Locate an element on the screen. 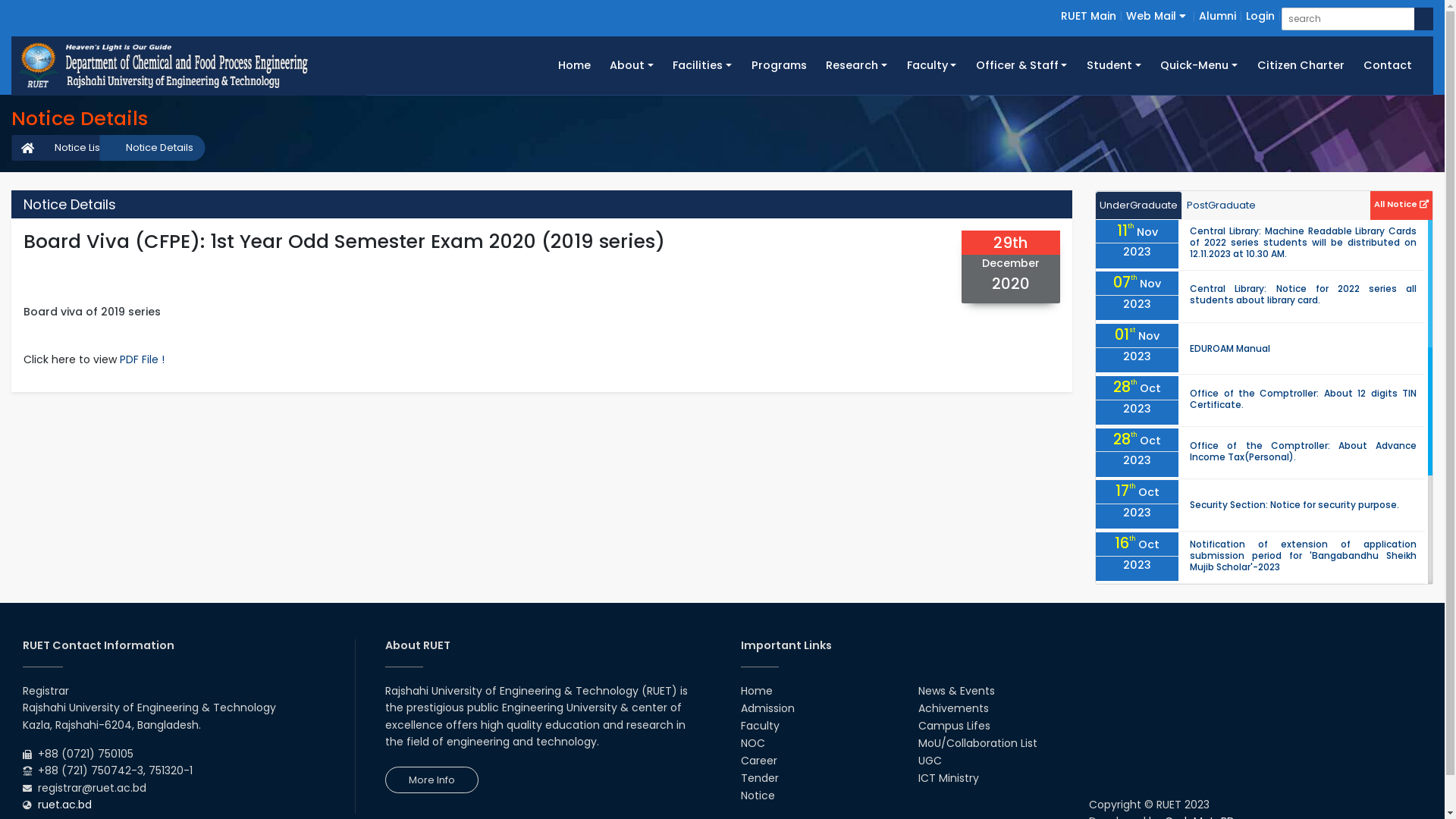  'PostGraduate' is located at coordinates (1221, 206).